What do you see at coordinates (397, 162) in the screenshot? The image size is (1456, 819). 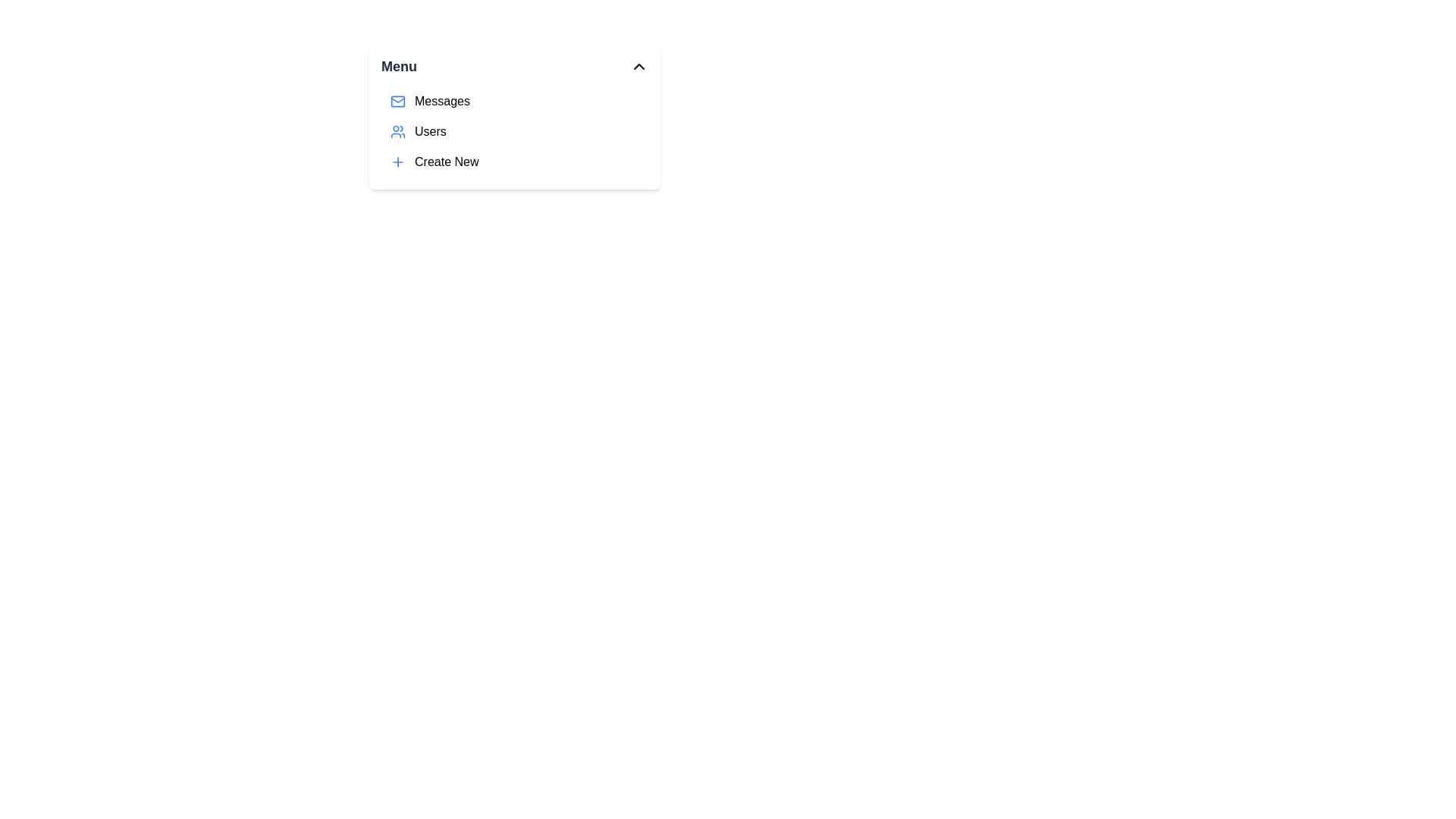 I see `the icon that signifies the action to create a new item, located immediately before the 'Create New' text label in the menu` at bounding box center [397, 162].